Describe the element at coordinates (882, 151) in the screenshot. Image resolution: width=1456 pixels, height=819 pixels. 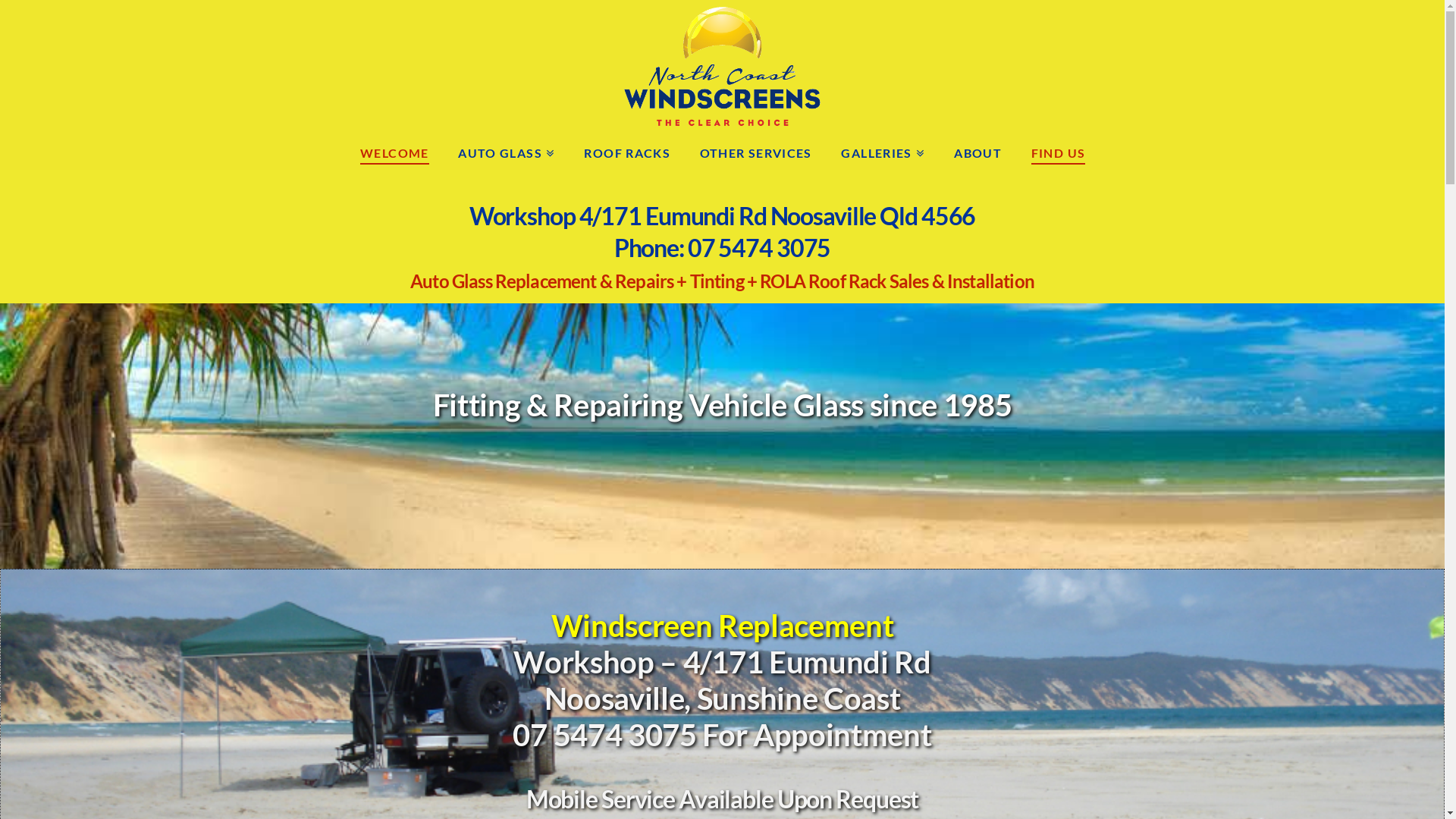
I see `'GALLERIES'` at that location.